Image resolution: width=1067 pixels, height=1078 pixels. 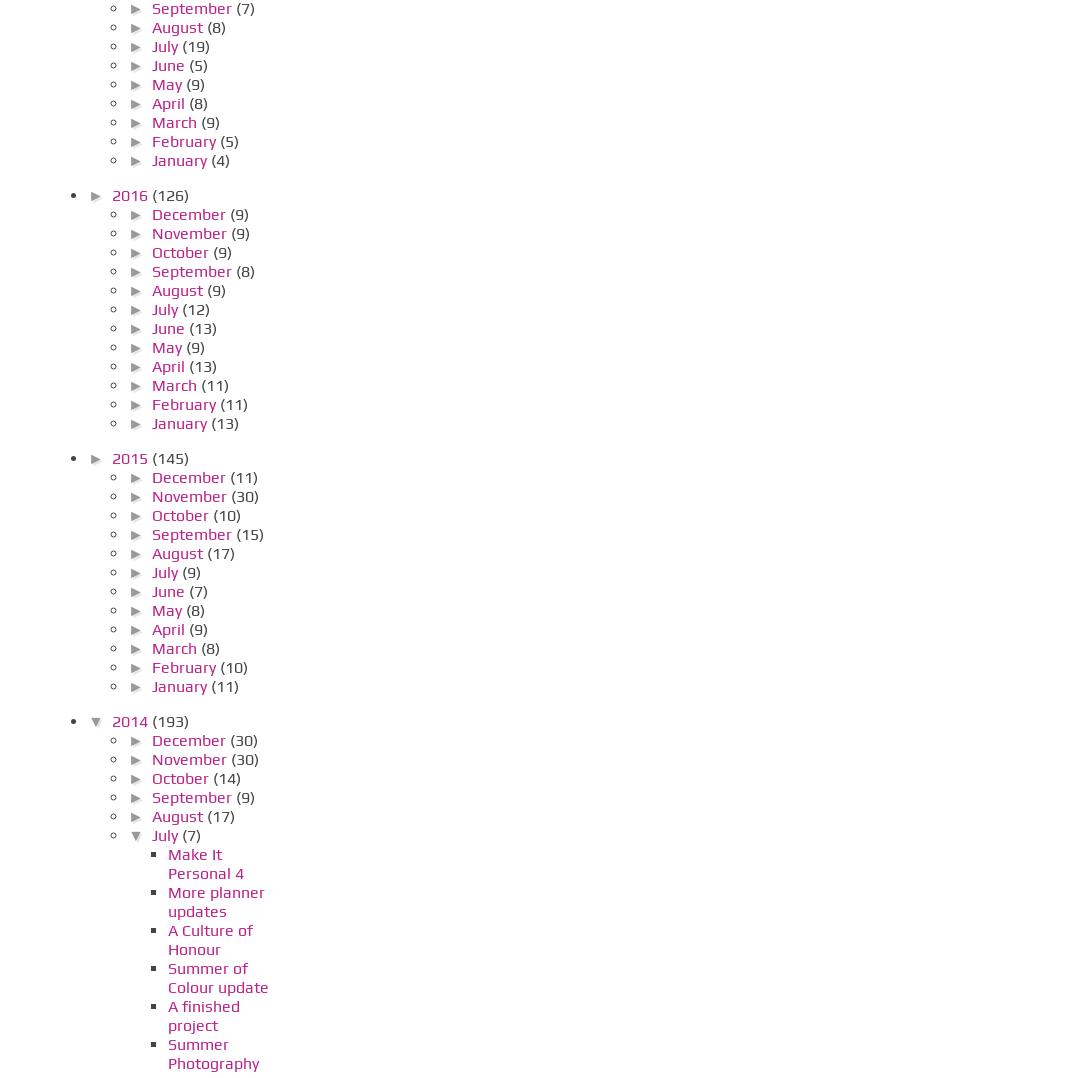 I want to click on 'More planner updates', so click(x=216, y=901).